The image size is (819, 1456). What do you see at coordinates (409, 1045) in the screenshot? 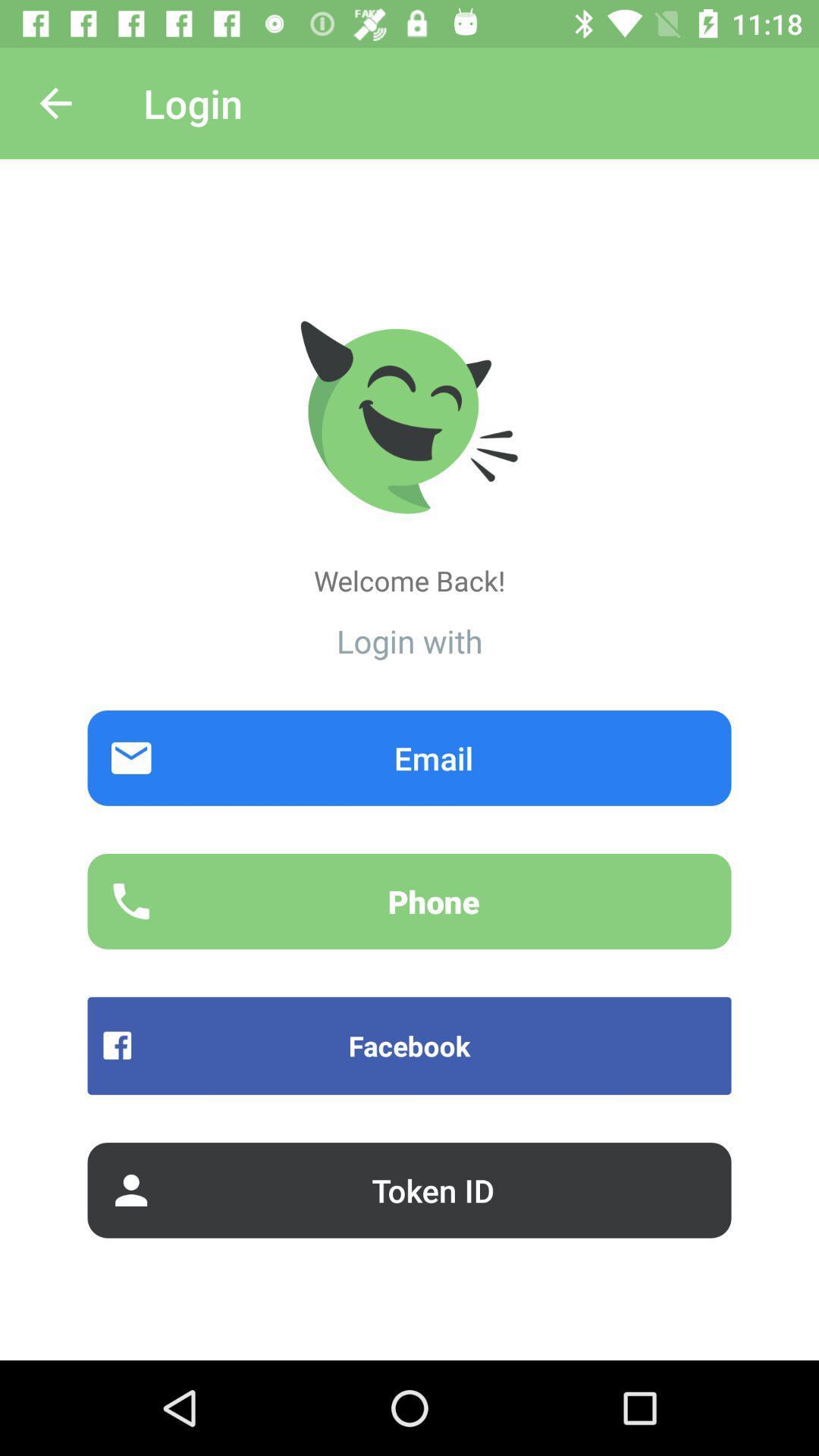
I see `the facebook icon` at bounding box center [409, 1045].